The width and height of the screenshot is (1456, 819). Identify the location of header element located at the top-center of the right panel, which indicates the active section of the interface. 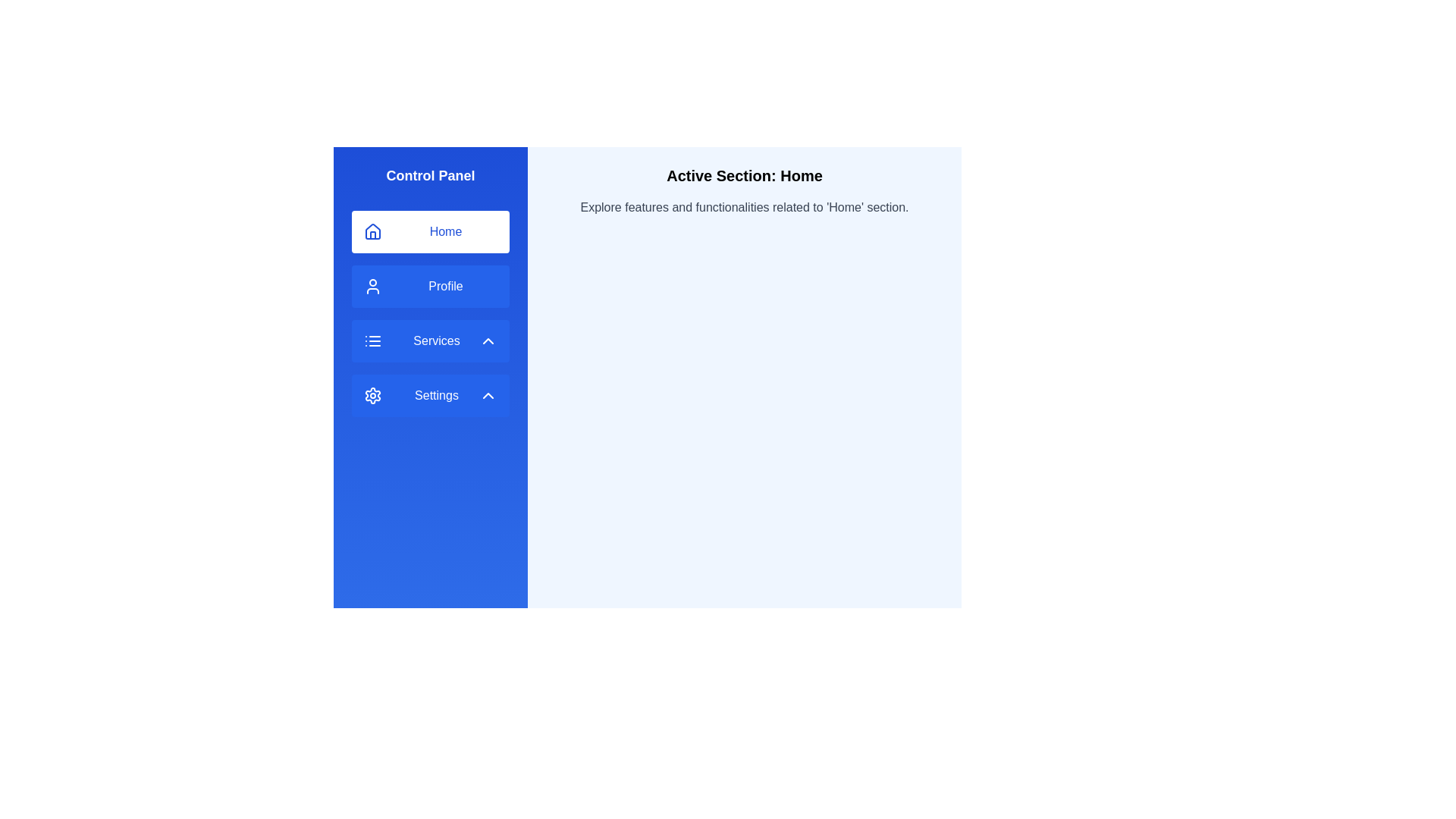
(745, 174).